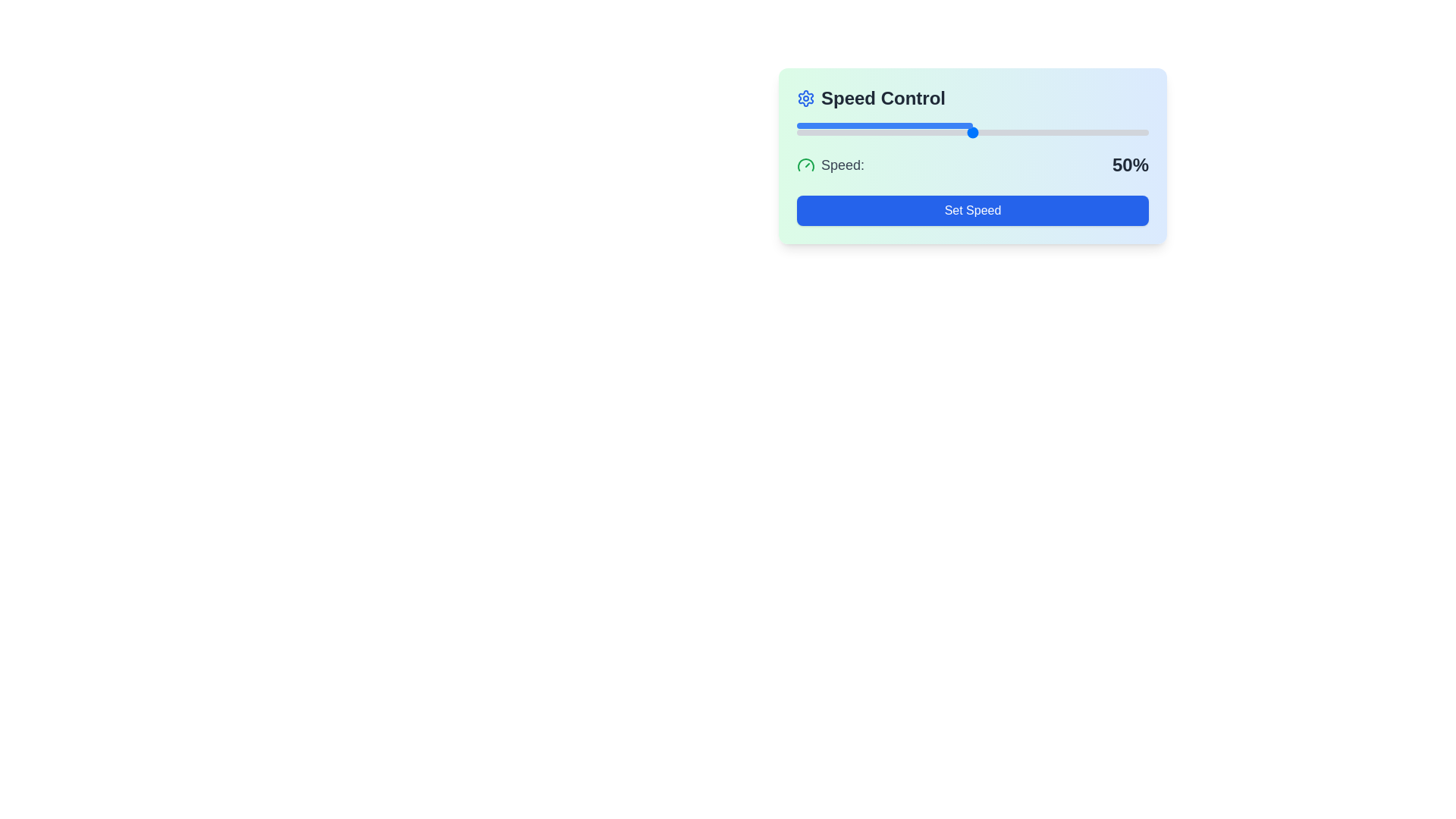  I want to click on the slider, so click(835, 131).